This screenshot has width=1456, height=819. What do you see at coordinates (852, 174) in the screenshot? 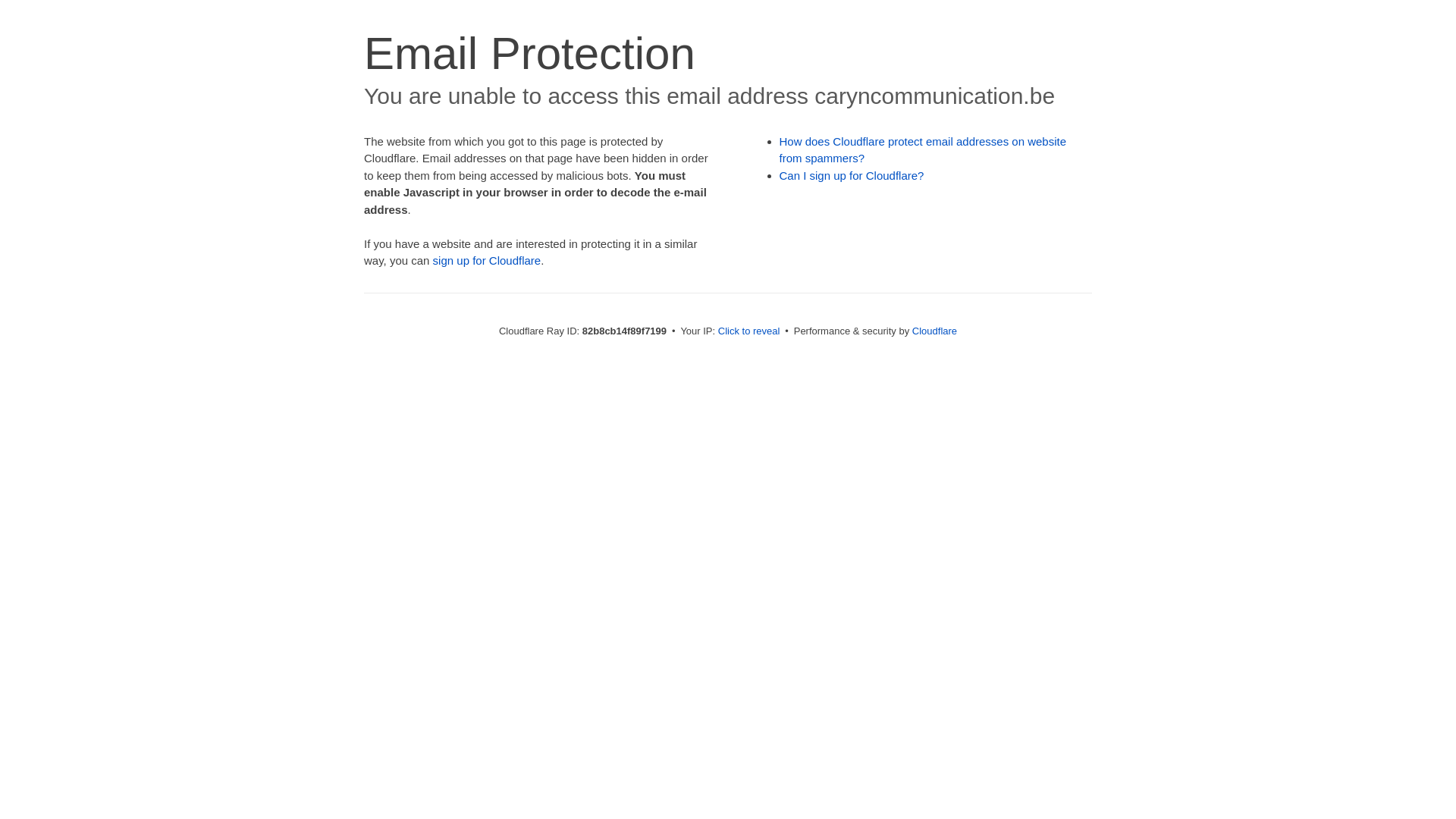
I see `'Can I sign up for Cloudflare?'` at bounding box center [852, 174].